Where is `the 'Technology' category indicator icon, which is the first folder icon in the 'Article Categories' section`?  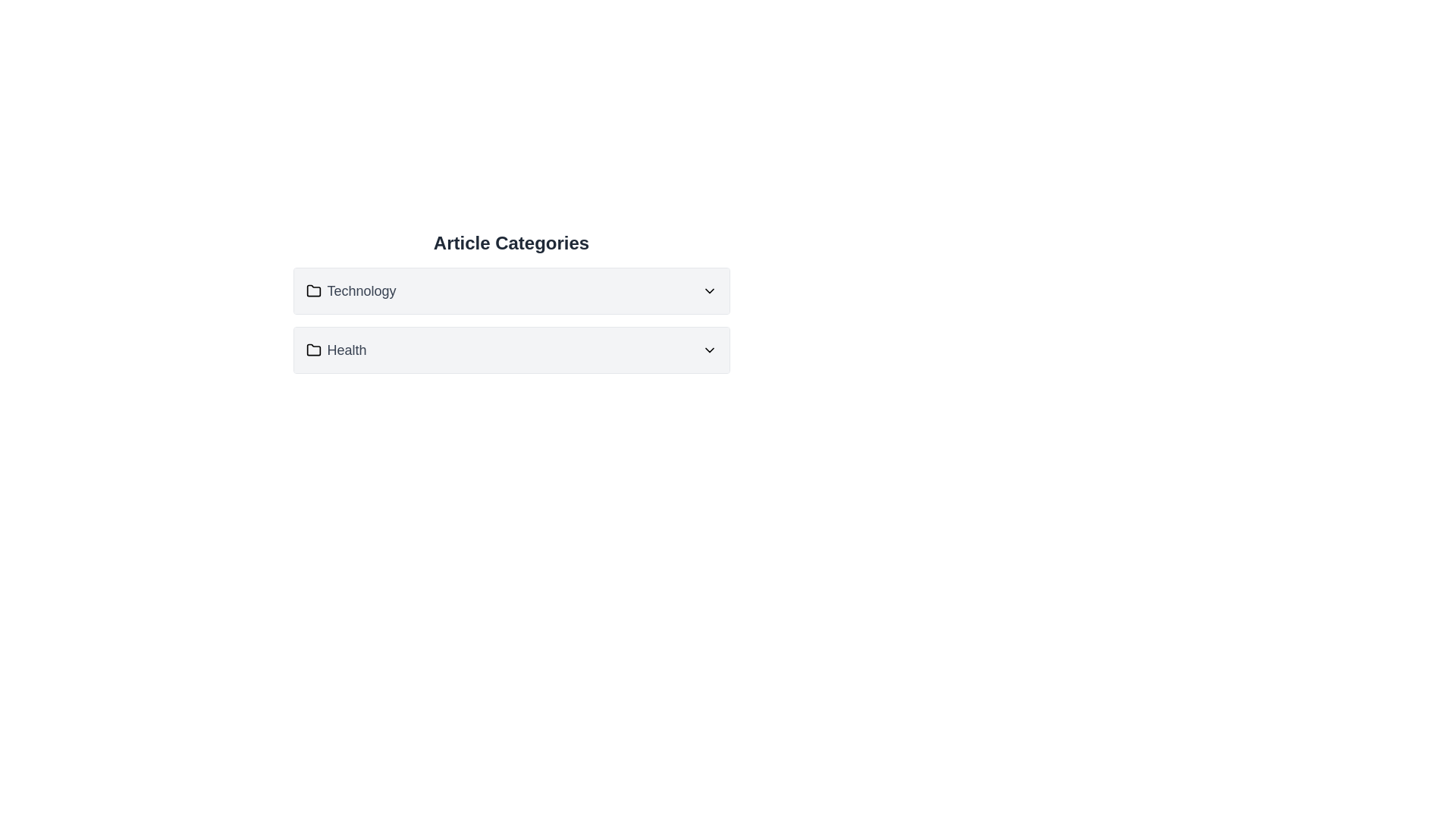 the 'Technology' category indicator icon, which is the first folder icon in the 'Article Categories' section is located at coordinates (312, 290).